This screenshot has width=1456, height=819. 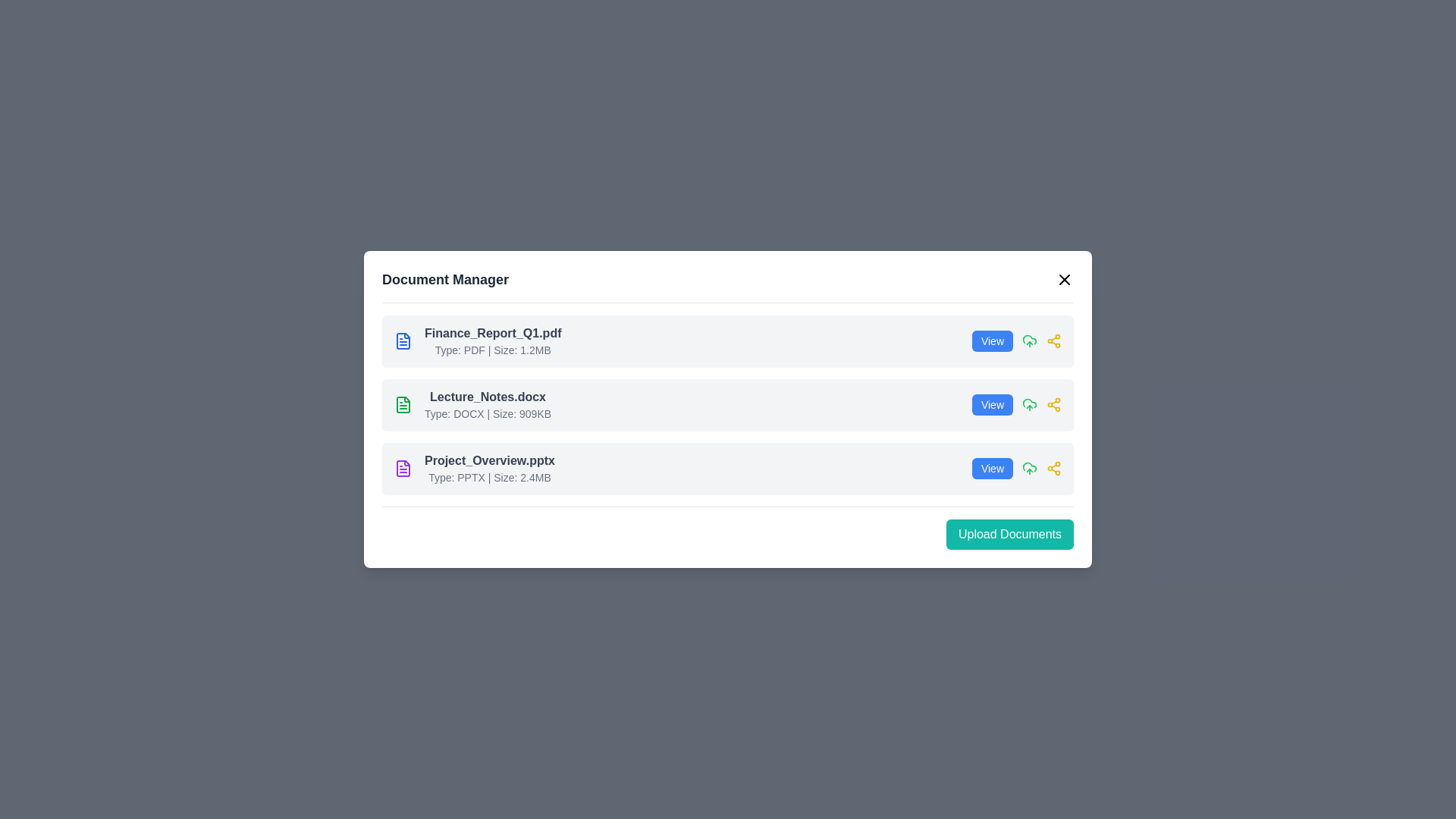 I want to click on the 'Lecture_Notes.docx' file item, so click(x=472, y=403).